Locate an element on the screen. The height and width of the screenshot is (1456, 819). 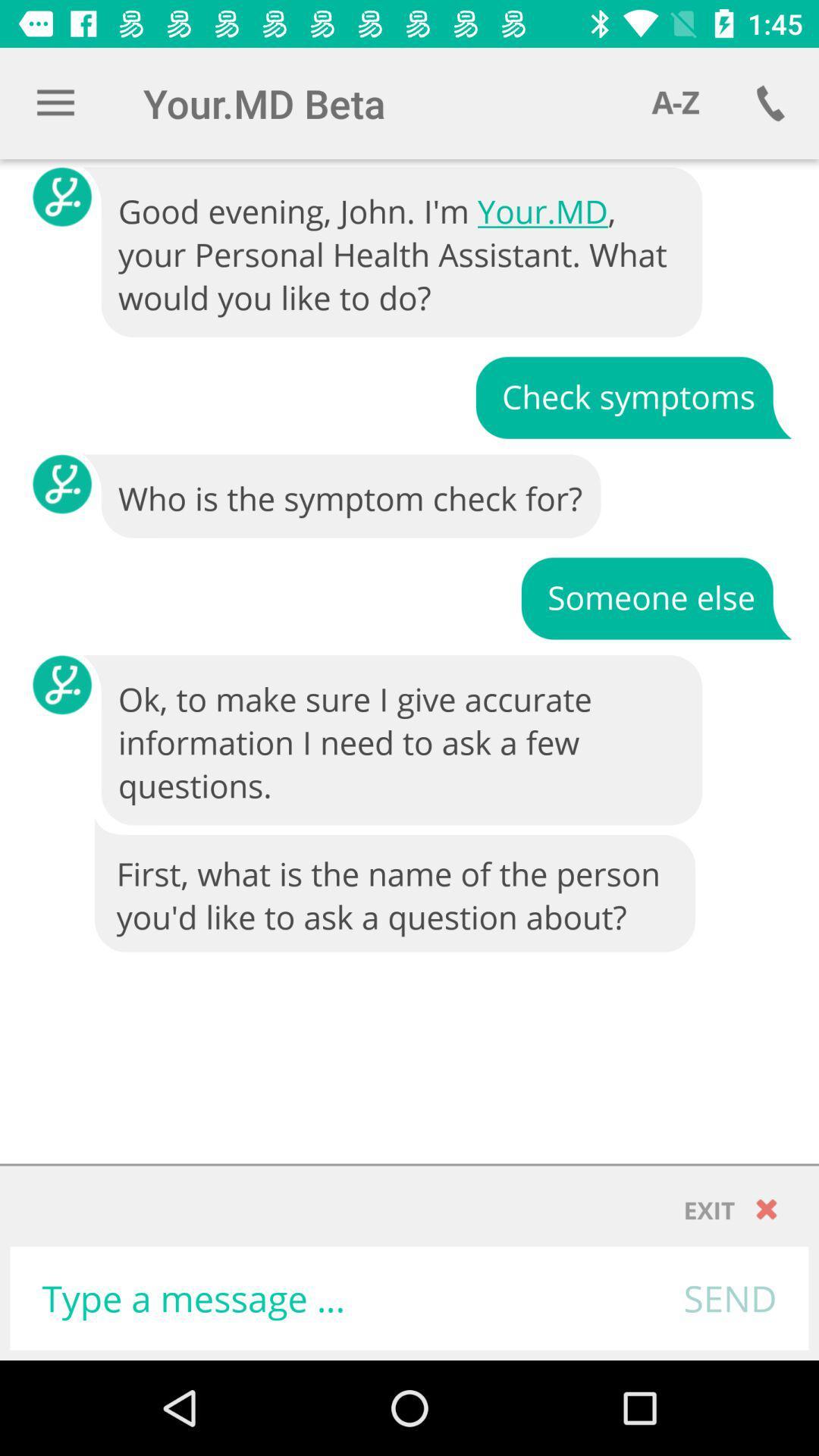
the someone else icon is located at coordinates (655, 596).